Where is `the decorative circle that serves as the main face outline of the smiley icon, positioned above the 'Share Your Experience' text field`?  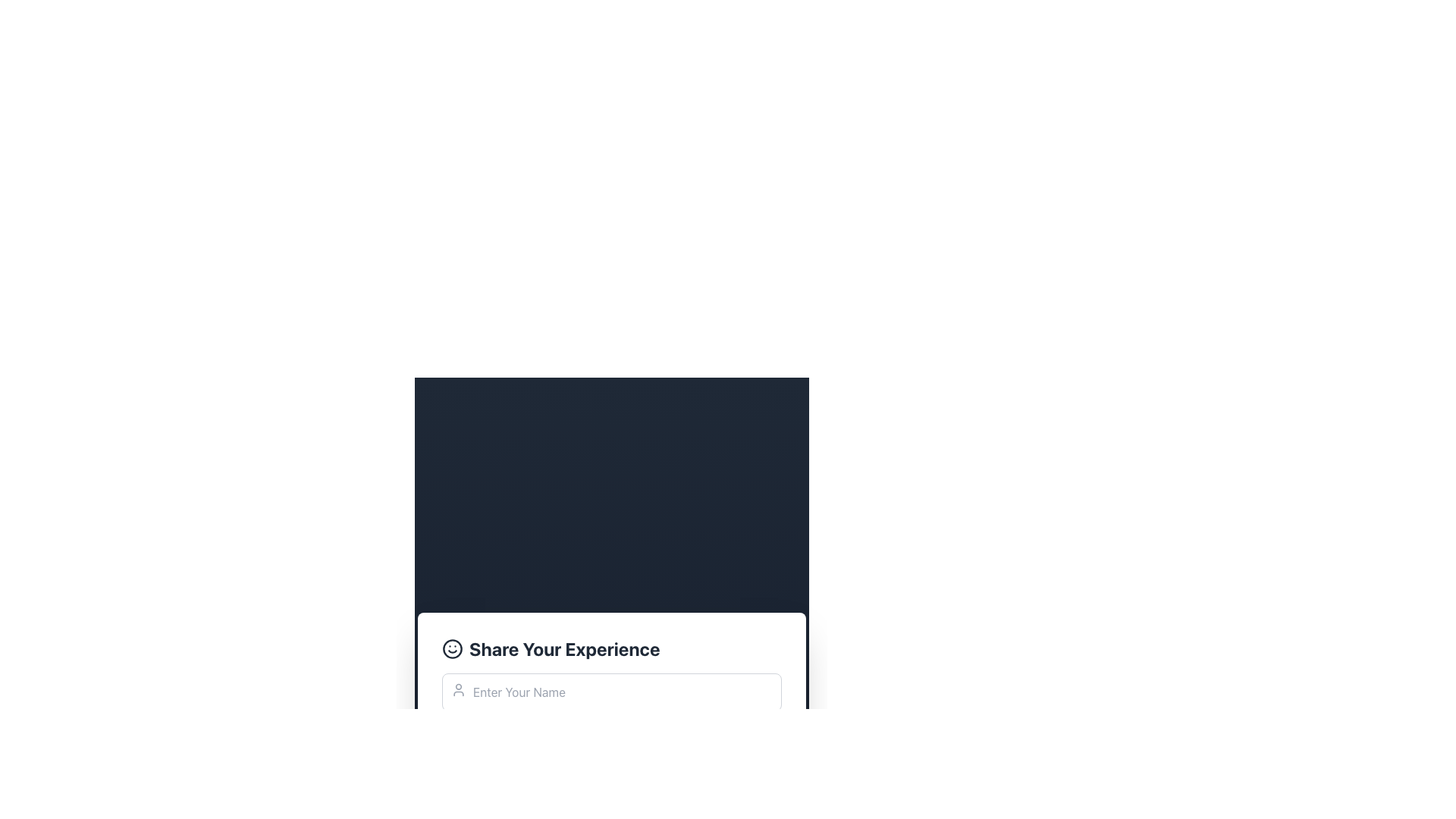
the decorative circle that serves as the main face outline of the smiley icon, positioned above the 'Share Your Experience' text field is located at coordinates (451, 648).